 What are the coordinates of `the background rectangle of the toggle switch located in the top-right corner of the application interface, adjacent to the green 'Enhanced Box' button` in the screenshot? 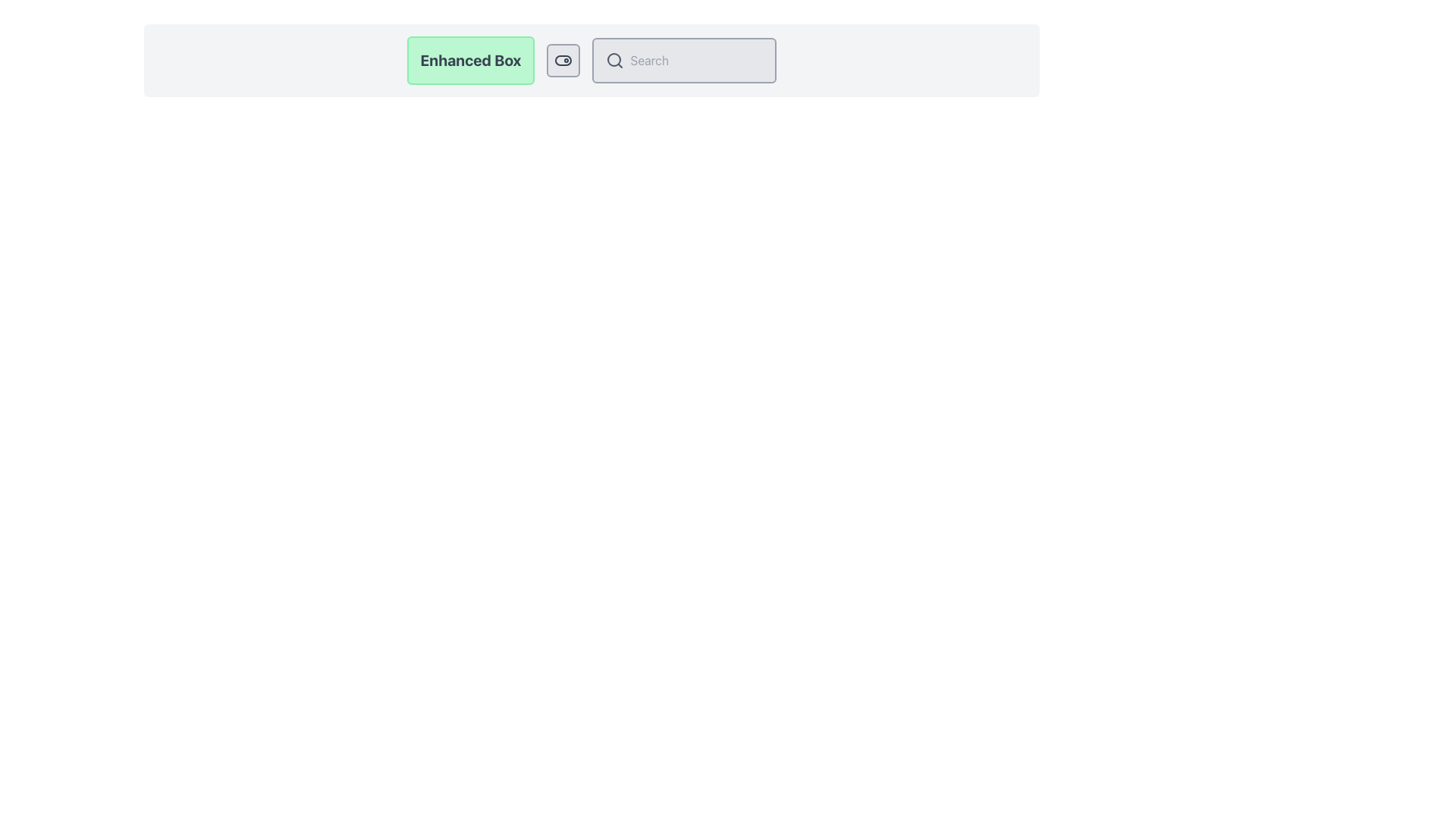 It's located at (563, 60).